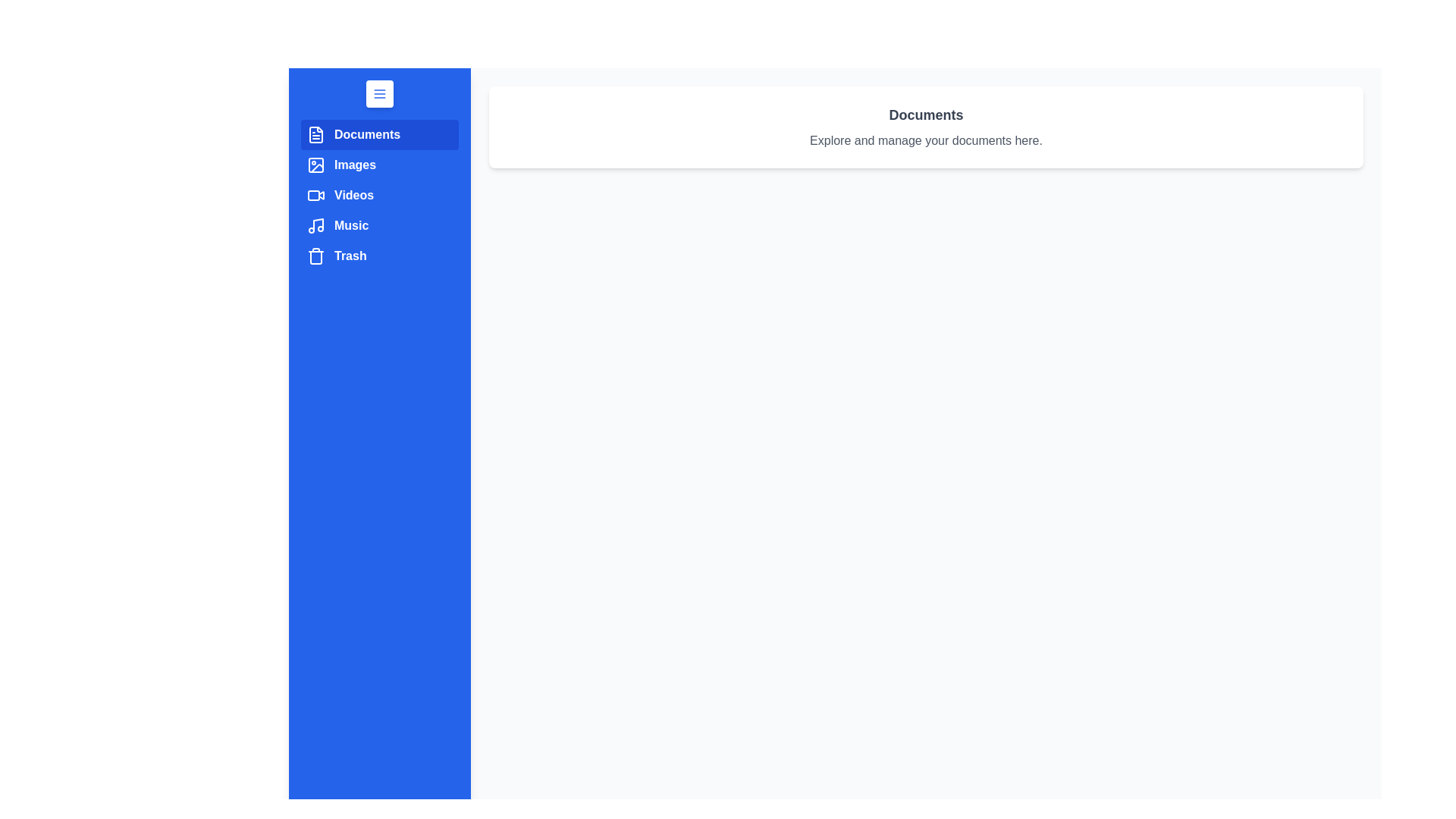  Describe the element at coordinates (379, 165) in the screenshot. I see `the category Images from the sidebar` at that location.